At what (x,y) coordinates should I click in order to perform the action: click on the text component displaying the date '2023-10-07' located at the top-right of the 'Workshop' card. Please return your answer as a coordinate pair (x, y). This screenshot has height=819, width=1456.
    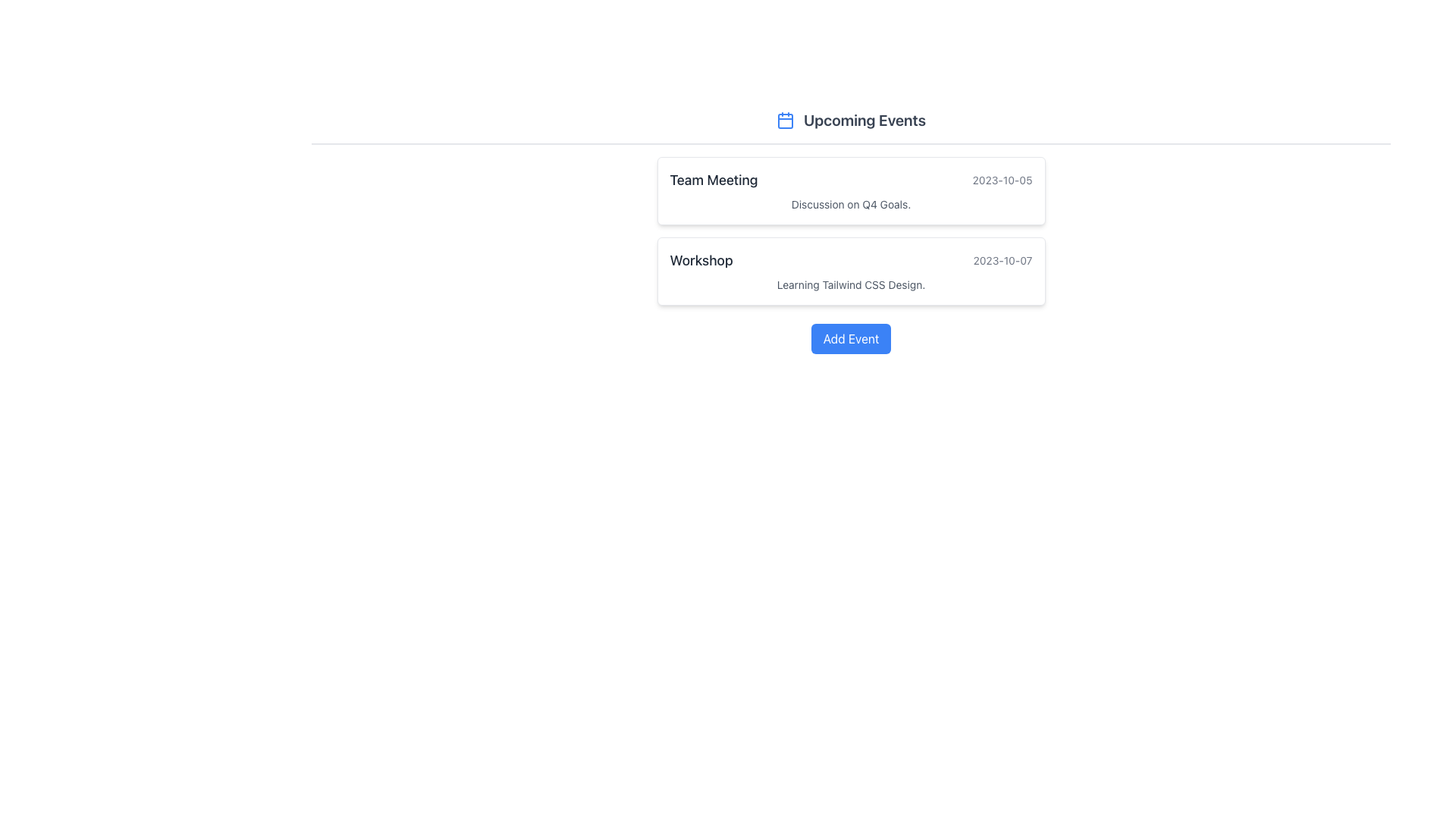
    Looking at the image, I should click on (1003, 259).